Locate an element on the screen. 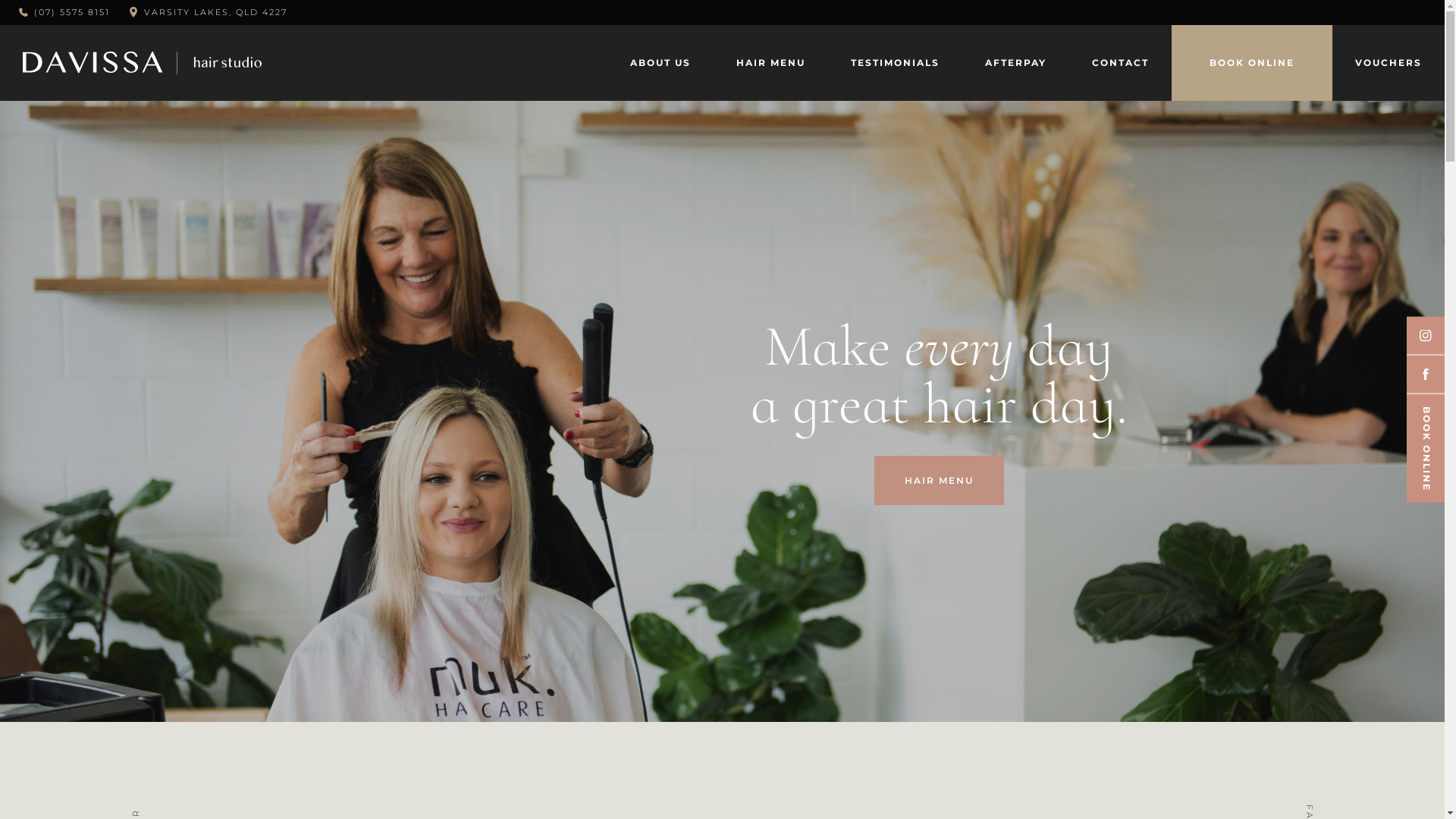 This screenshot has width=1456, height=819. 'TESTIMONIALS' is located at coordinates (895, 62).